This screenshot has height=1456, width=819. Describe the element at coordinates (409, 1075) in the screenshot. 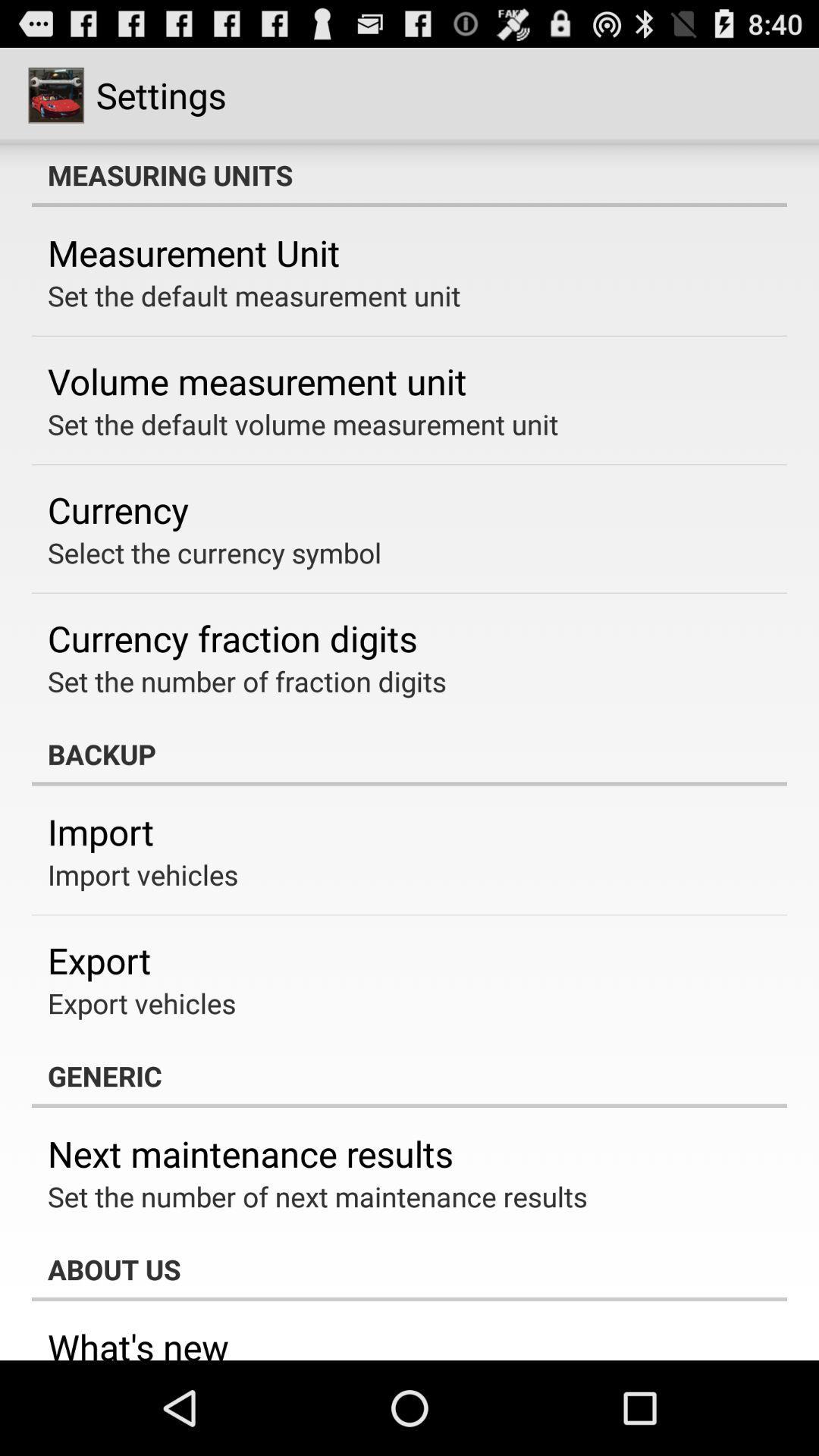

I see `the icon below the export vehicles` at that location.